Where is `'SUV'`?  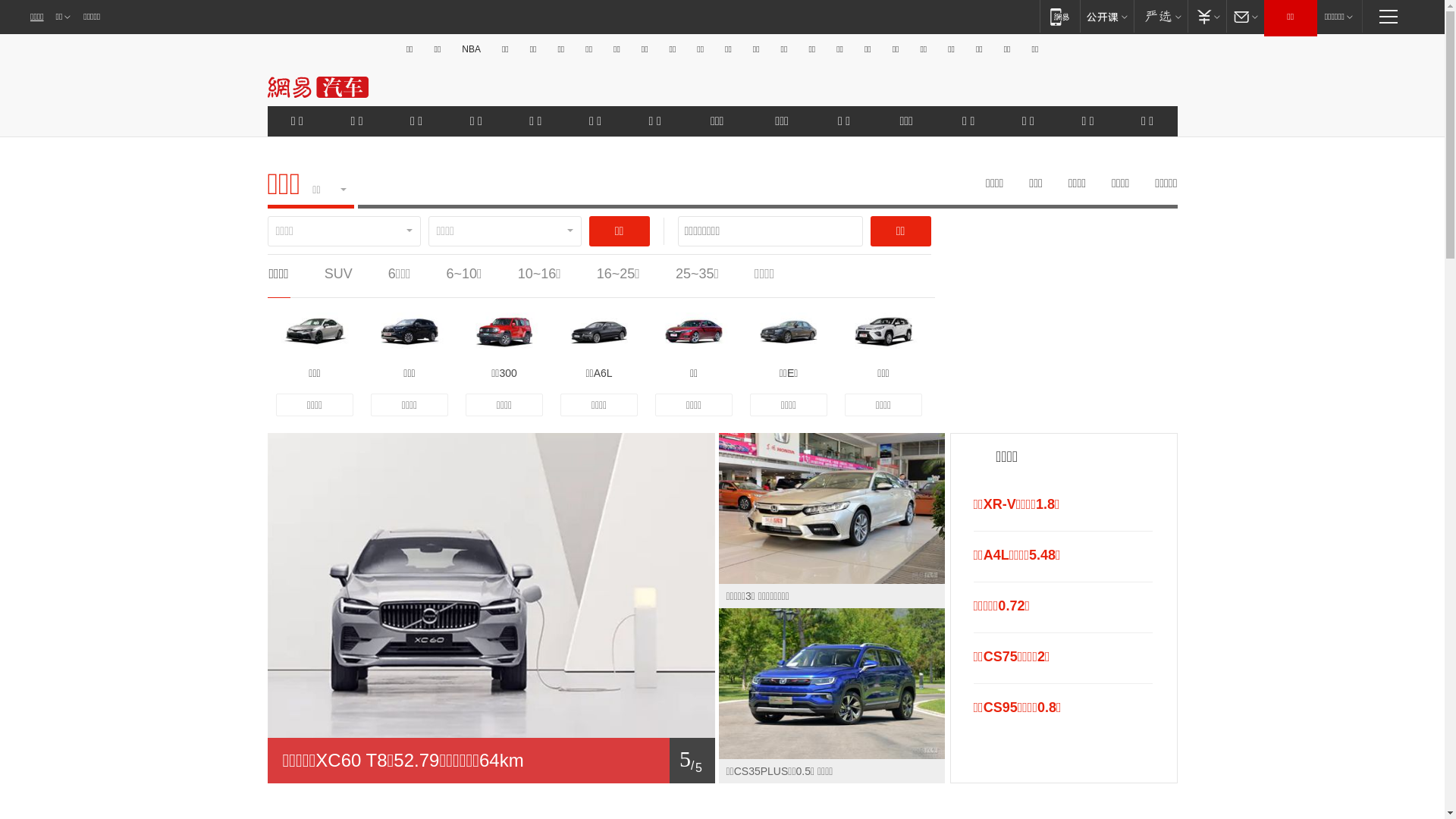
'SUV' is located at coordinates (323, 274).